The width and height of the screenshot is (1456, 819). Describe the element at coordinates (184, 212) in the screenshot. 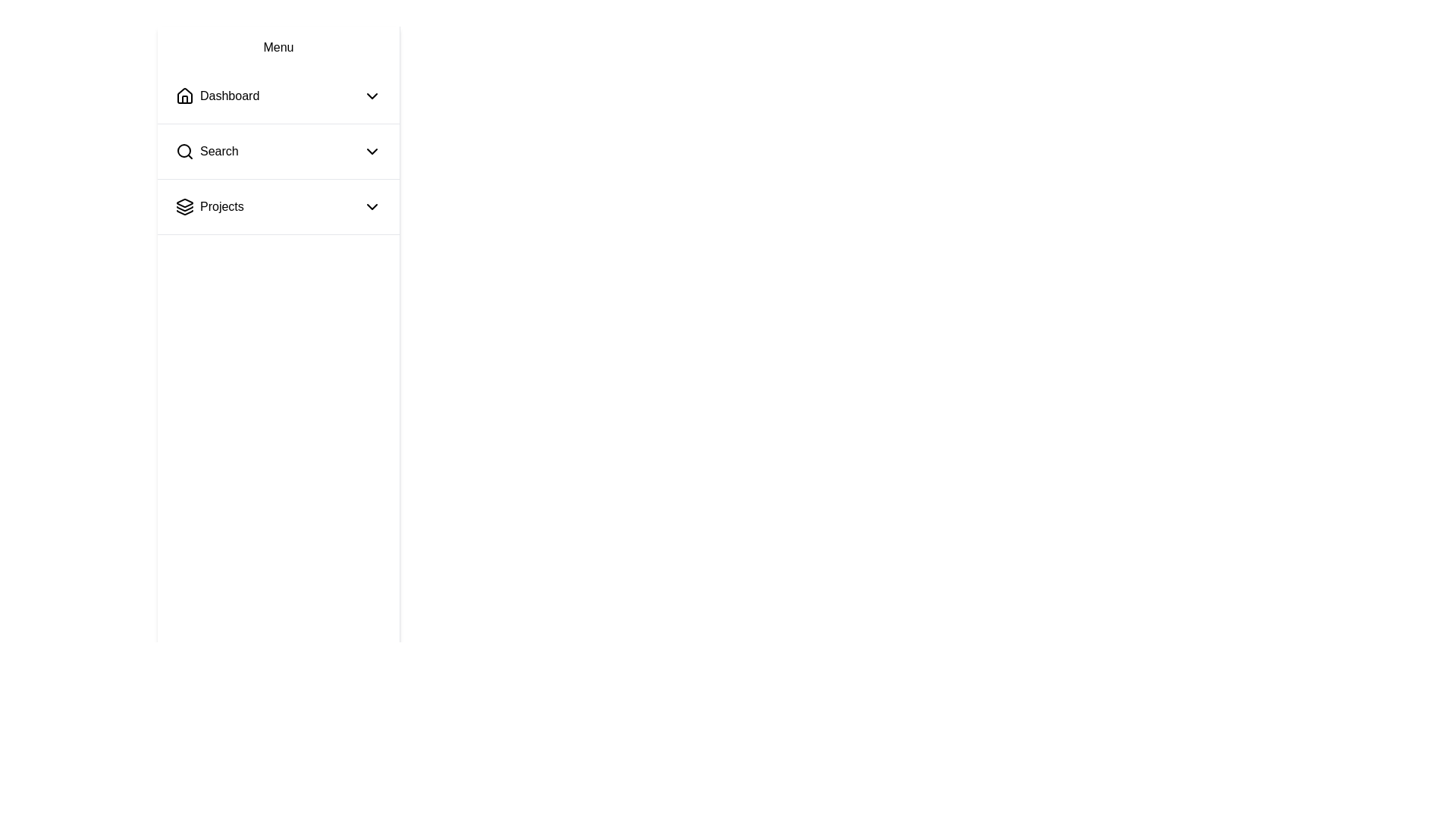

I see `the bottom layer graphic icon in the stack-shaped icon adjacent to the 'Projects' link in the navigation menu` at that location.